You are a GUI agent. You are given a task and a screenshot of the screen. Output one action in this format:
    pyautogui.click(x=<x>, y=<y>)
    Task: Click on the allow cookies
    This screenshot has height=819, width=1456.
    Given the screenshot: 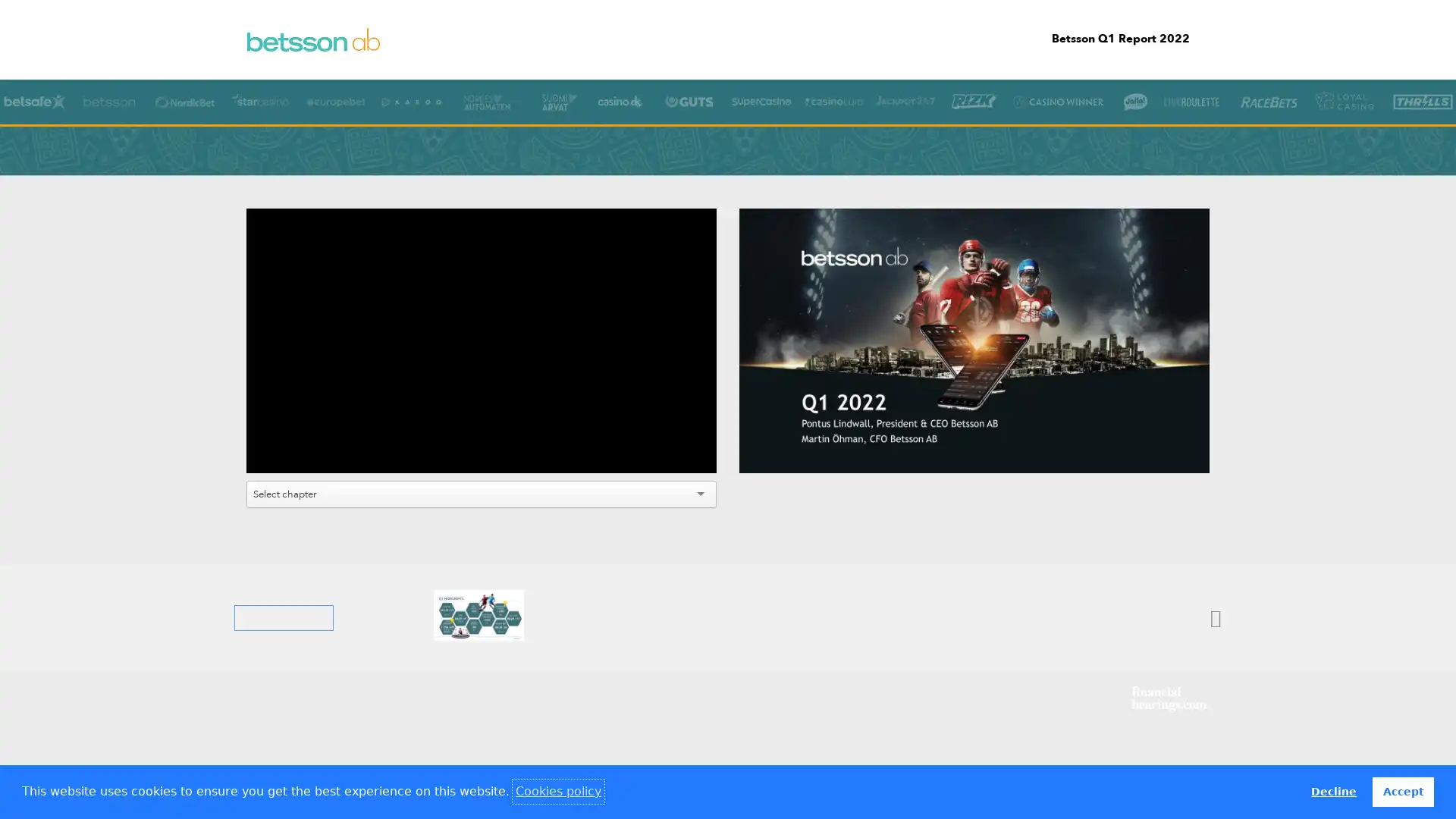 What is the action you would take?
    pyautogui.click(x=1402, y=791)
    